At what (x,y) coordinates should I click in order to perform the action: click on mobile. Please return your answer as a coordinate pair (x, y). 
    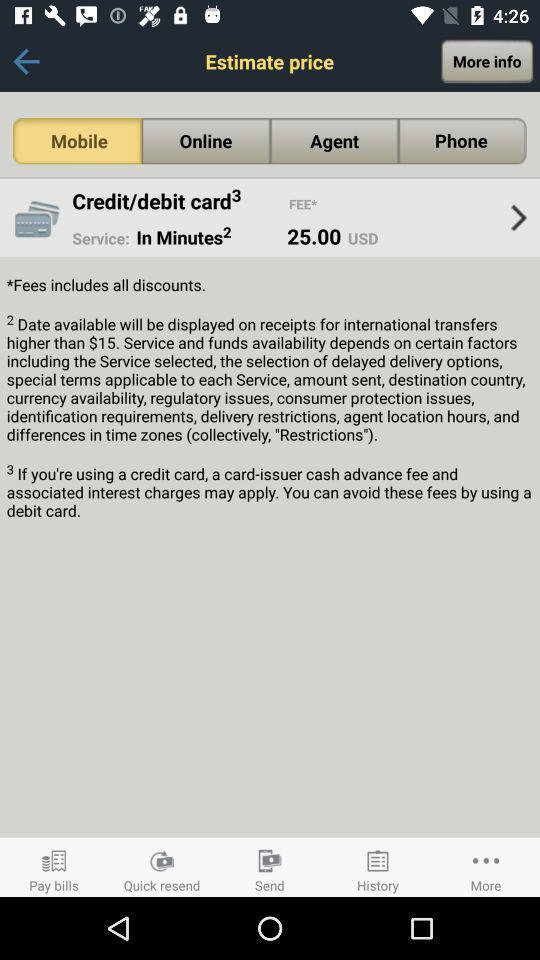
    Looking at the image, I should click on (76, 140).